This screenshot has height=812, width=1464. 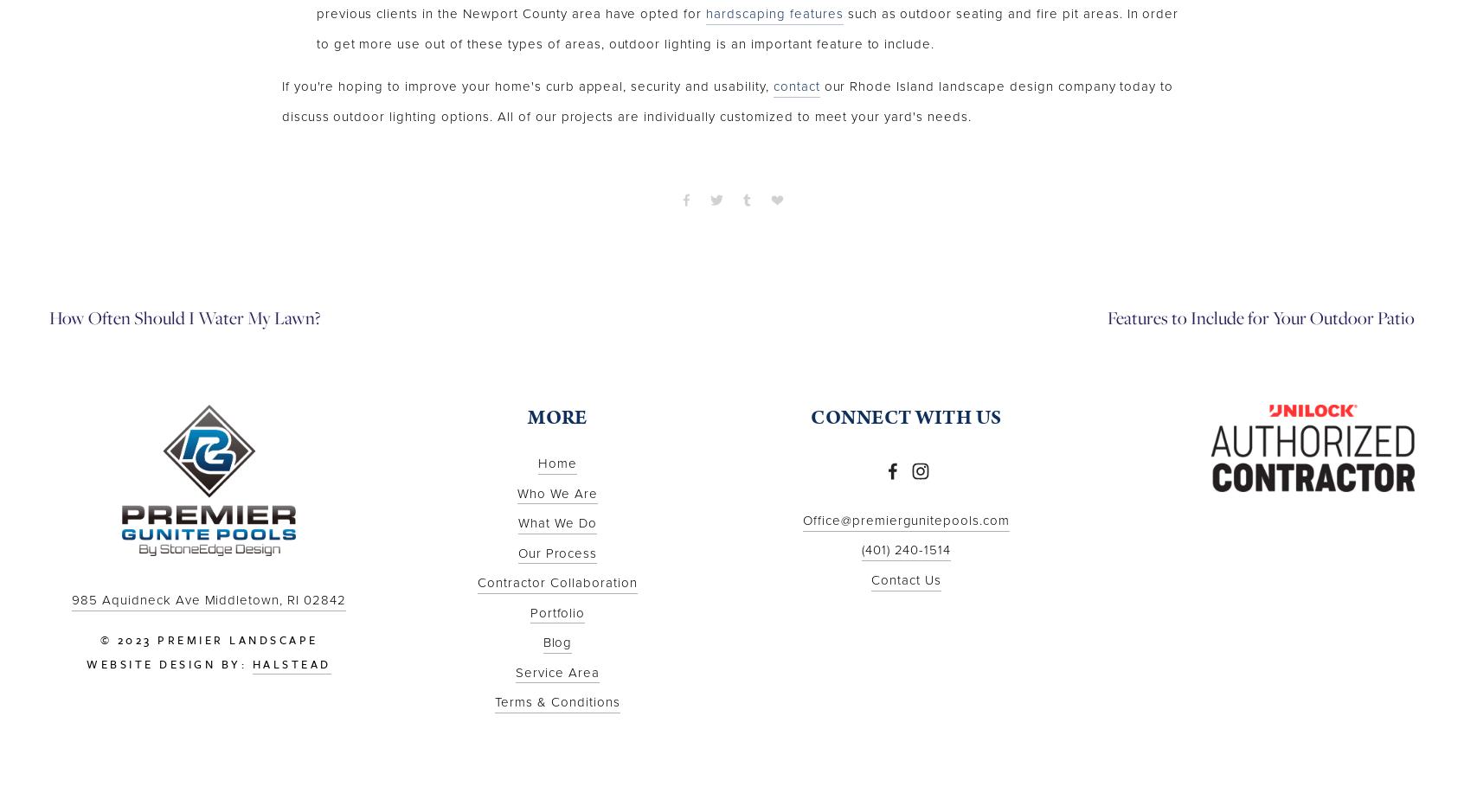 What do you see at coordinates (774, 13) in the screenshot?
I see `'hardscaping features'` at bounding box center [774, 13].